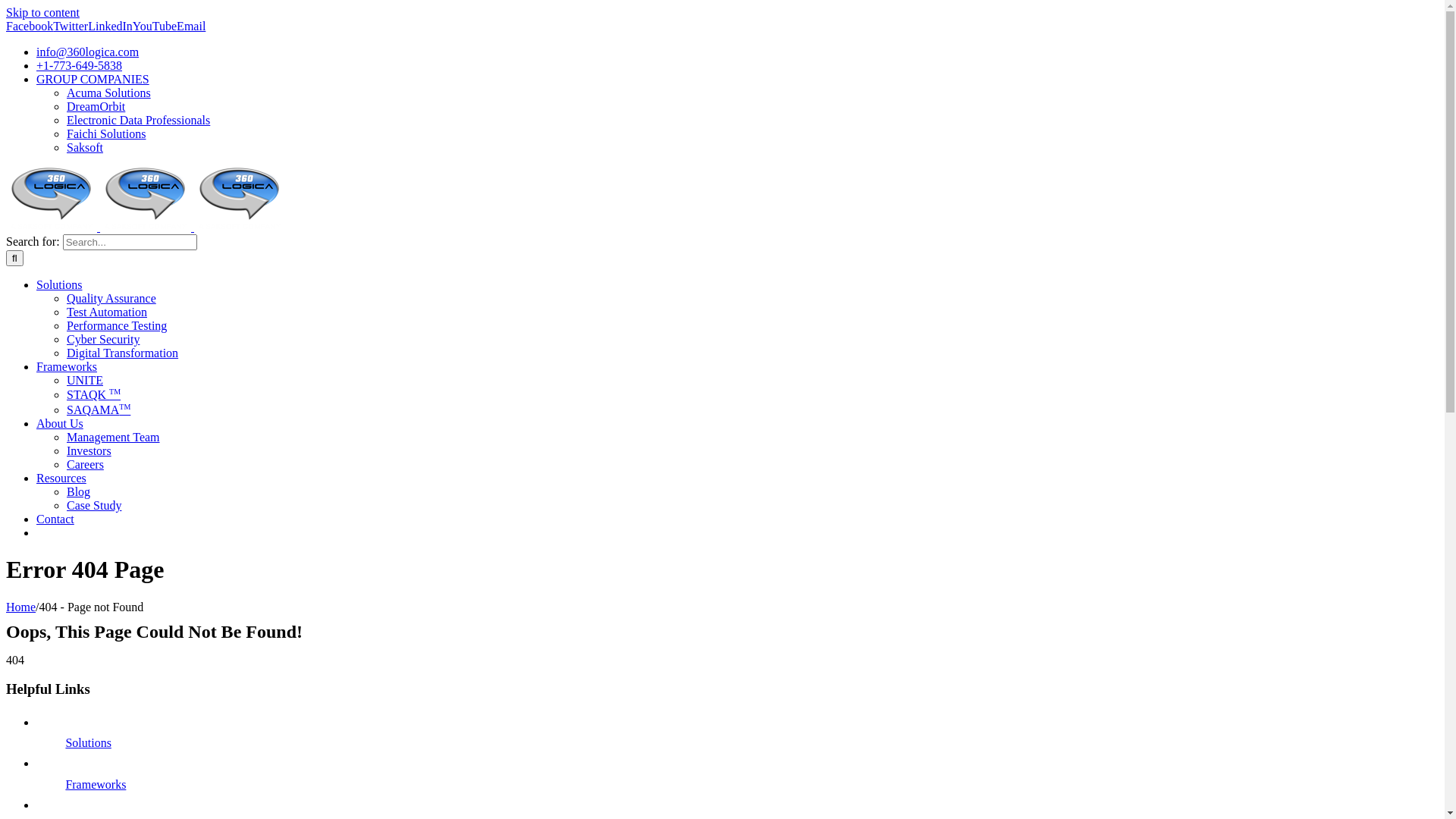 The image size is (1456, 819). What do you see at coordinates (58, 284) in the screenshot?
I see `'Solutions'` at bounding box center [58, 284].